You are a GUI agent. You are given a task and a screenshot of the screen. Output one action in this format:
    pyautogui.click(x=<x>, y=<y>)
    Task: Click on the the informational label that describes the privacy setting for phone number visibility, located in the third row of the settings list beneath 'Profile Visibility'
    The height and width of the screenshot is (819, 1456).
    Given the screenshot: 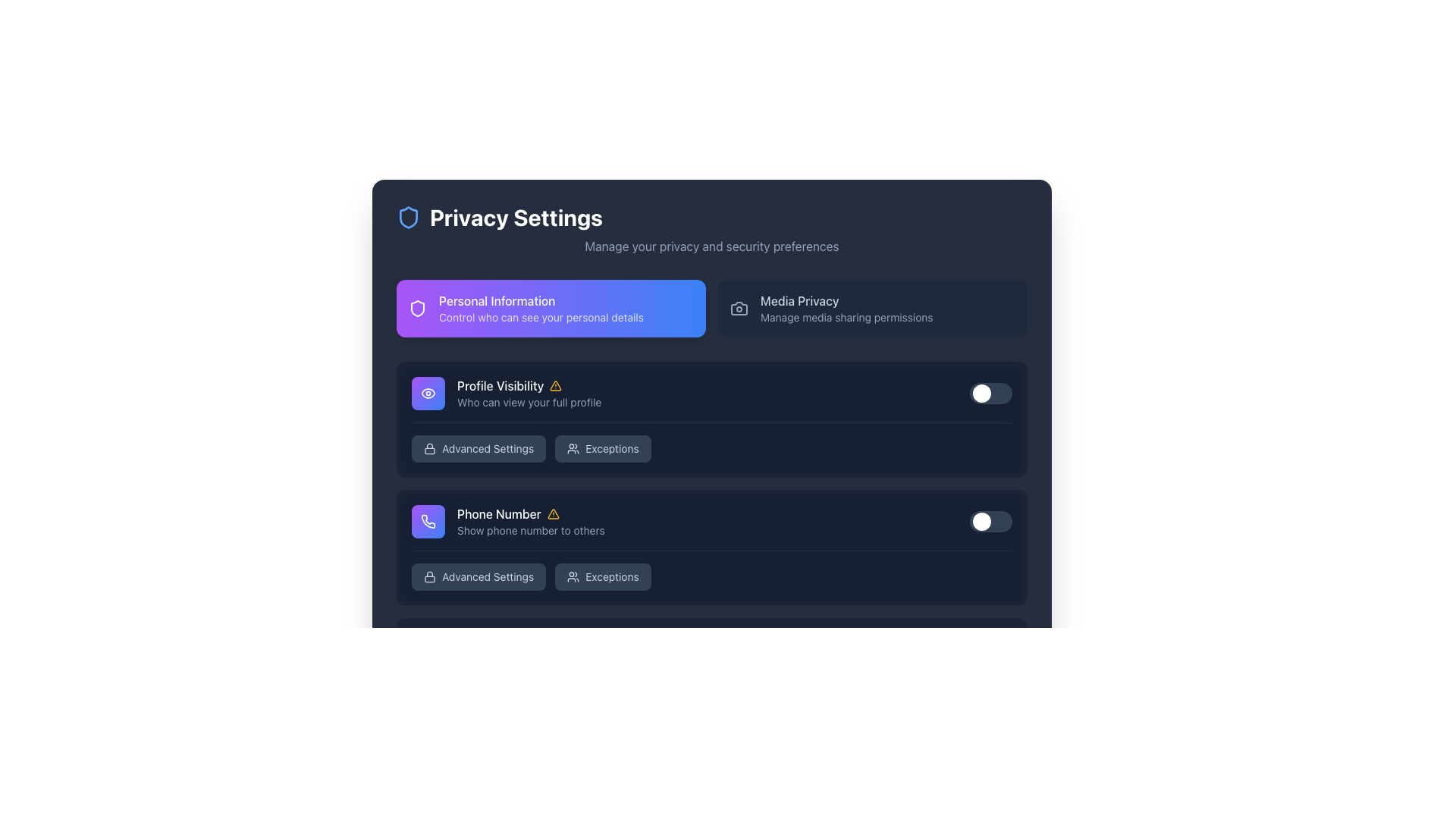 What is the action you would take?
    pyautogui.click(x=531, y=520)
    